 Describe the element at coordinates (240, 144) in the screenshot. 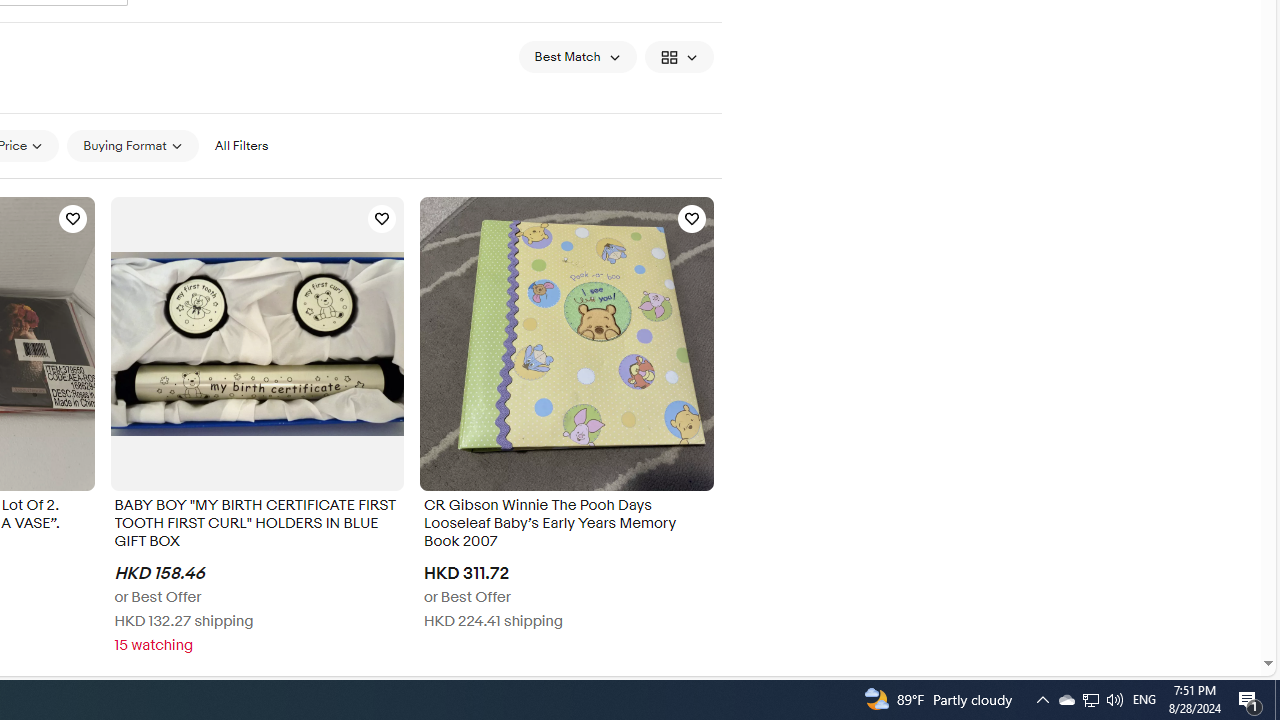

I see `'All Filters'` at that location.